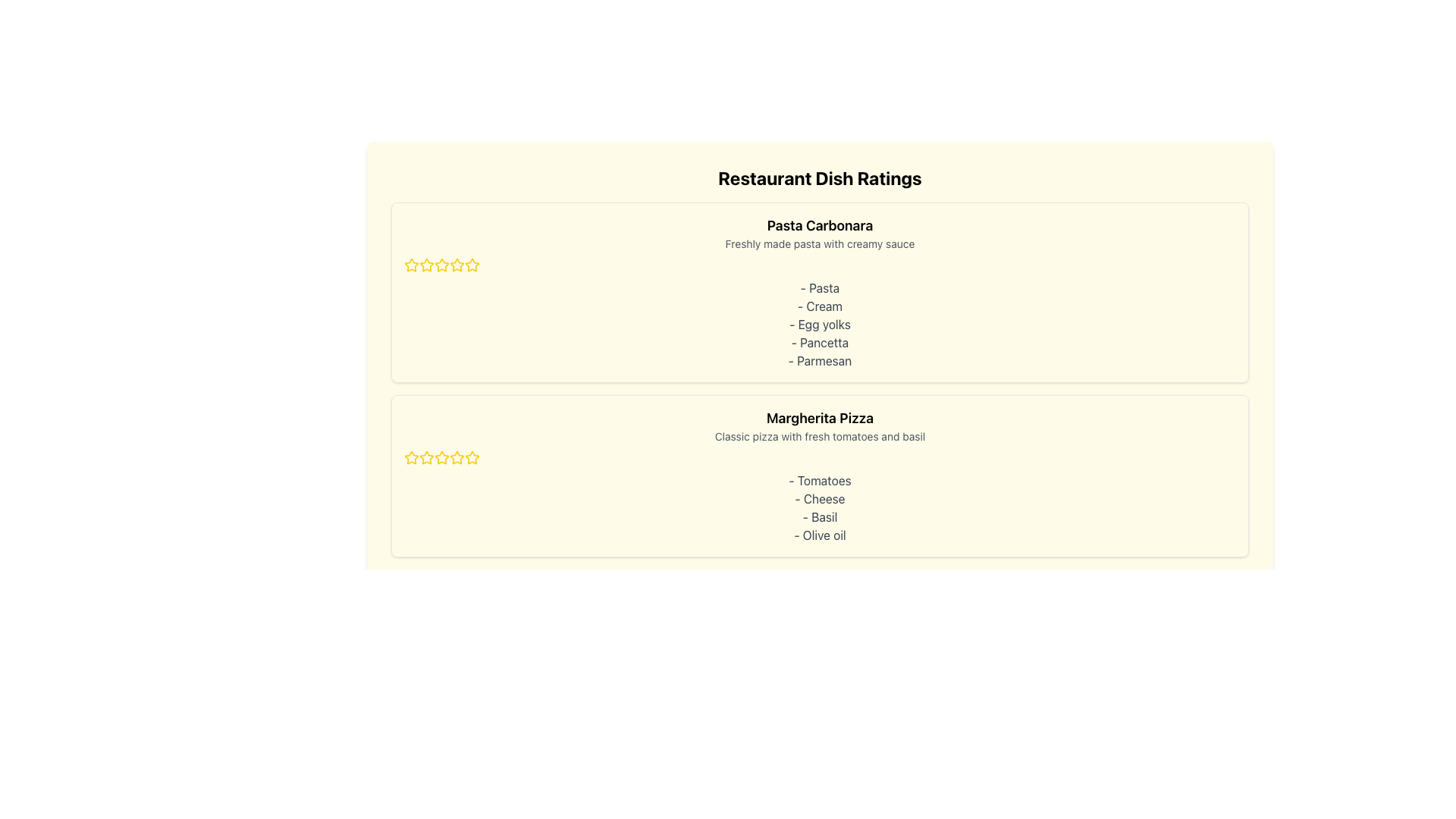 This screenshot has width=1456, height=819. Describe the element at coordinates (472, 264) in the screenshot. I see `the fourth star icon in the rating widget for 'Pasta Carbonara'` at that location.